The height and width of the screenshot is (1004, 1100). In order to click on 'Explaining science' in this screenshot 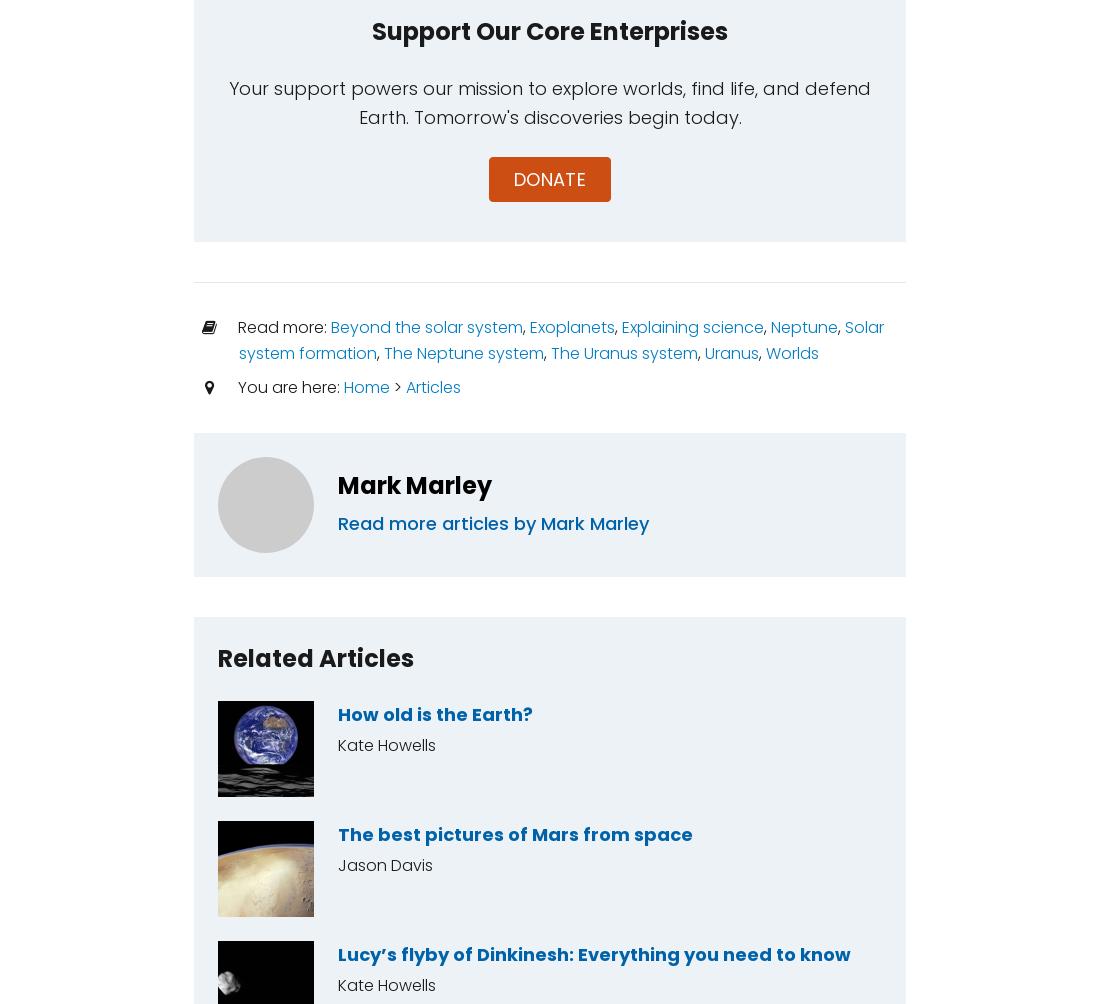, I will do `click(620, 326)`.